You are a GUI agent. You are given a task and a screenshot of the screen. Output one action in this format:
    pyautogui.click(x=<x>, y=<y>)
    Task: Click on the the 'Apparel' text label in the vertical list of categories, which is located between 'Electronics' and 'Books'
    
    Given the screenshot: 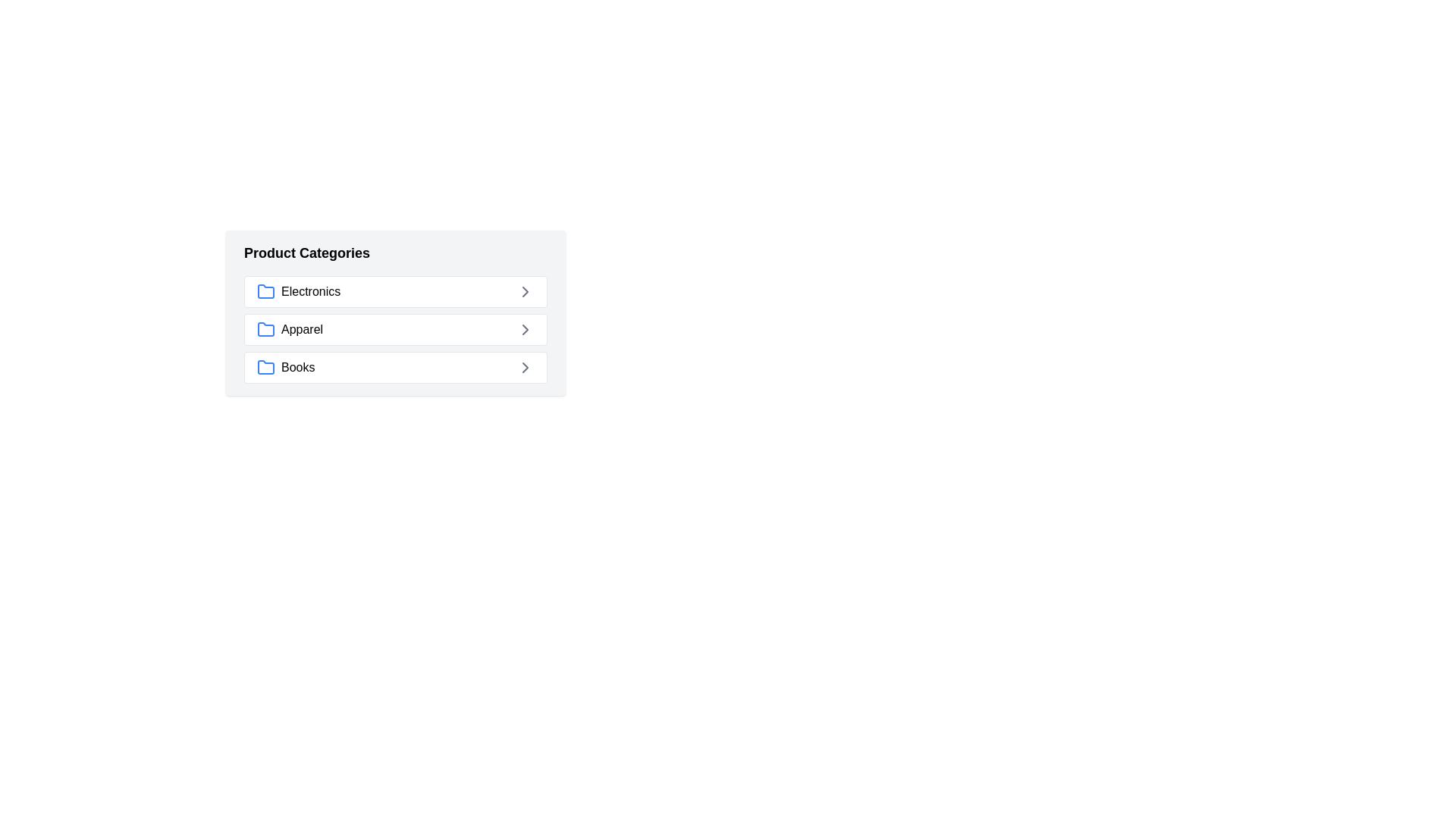 What is the action you would take?
    pyautogui.click(x=302, y=329)
    